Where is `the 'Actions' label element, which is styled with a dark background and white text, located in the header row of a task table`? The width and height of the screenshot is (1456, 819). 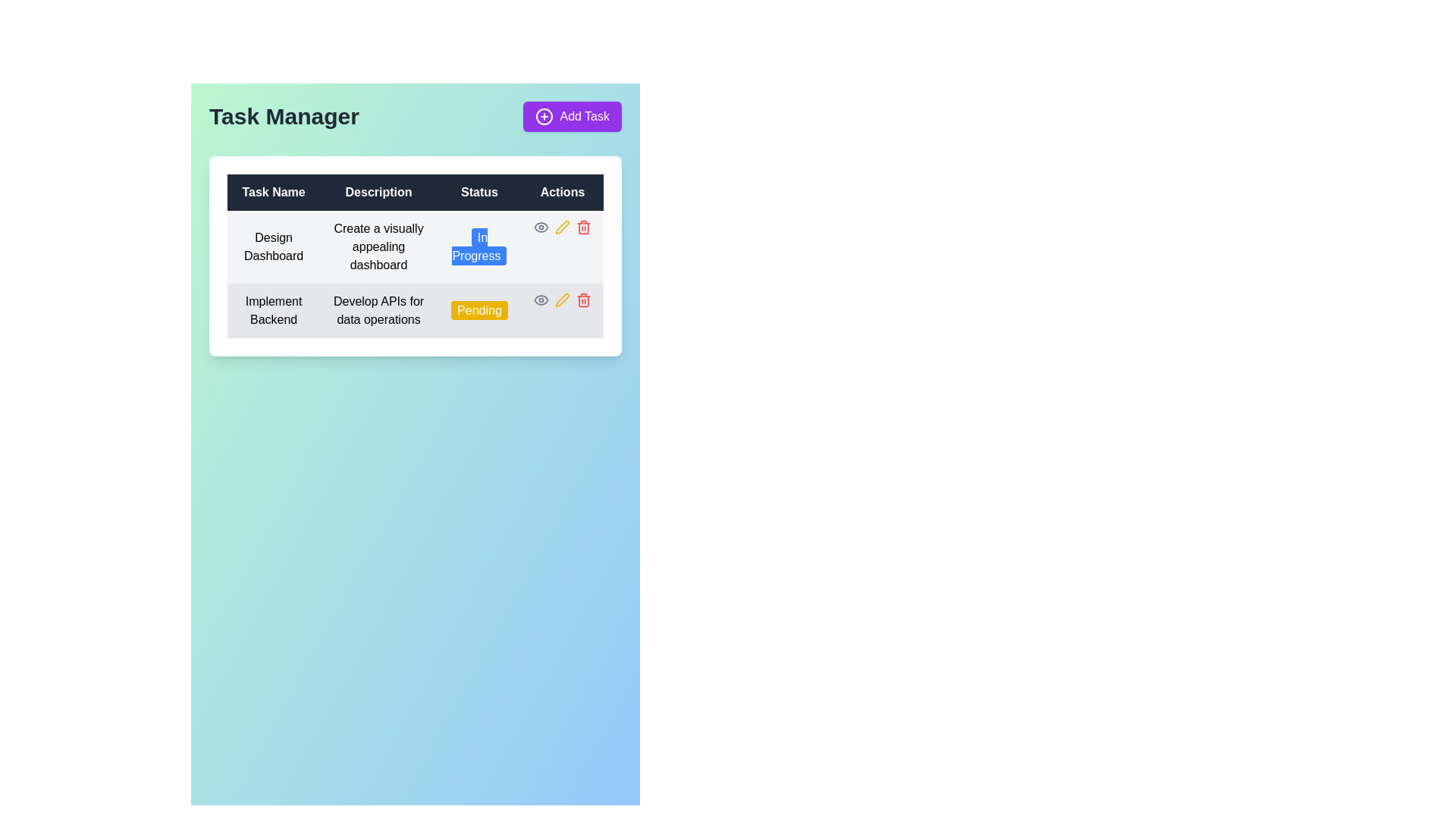
the 'Actions' label element, which is styled with a dark background and white text, located in the header row of a task table is located at coordinates (561, 192).